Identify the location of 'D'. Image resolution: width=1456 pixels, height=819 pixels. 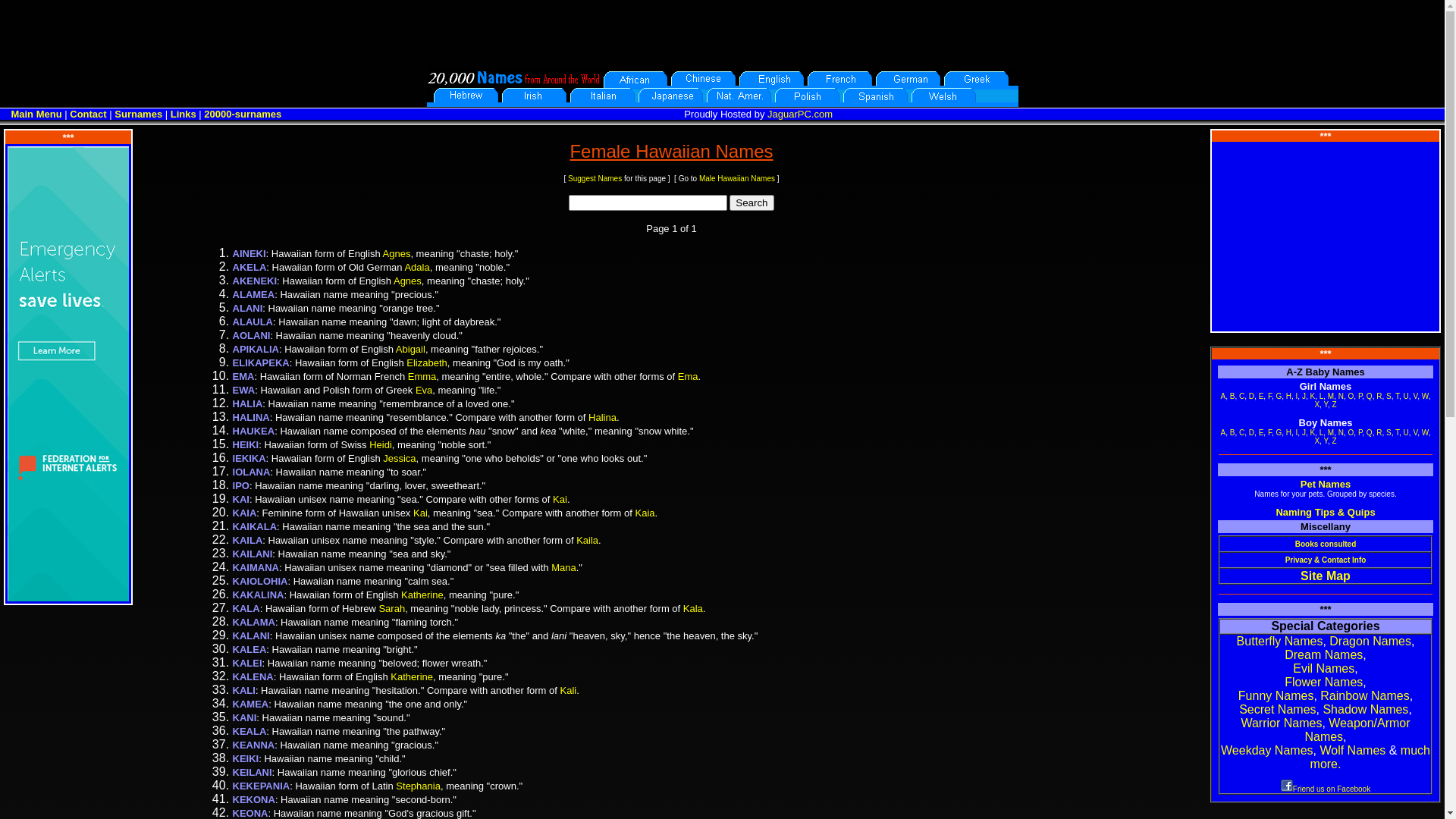
(1251, 395).